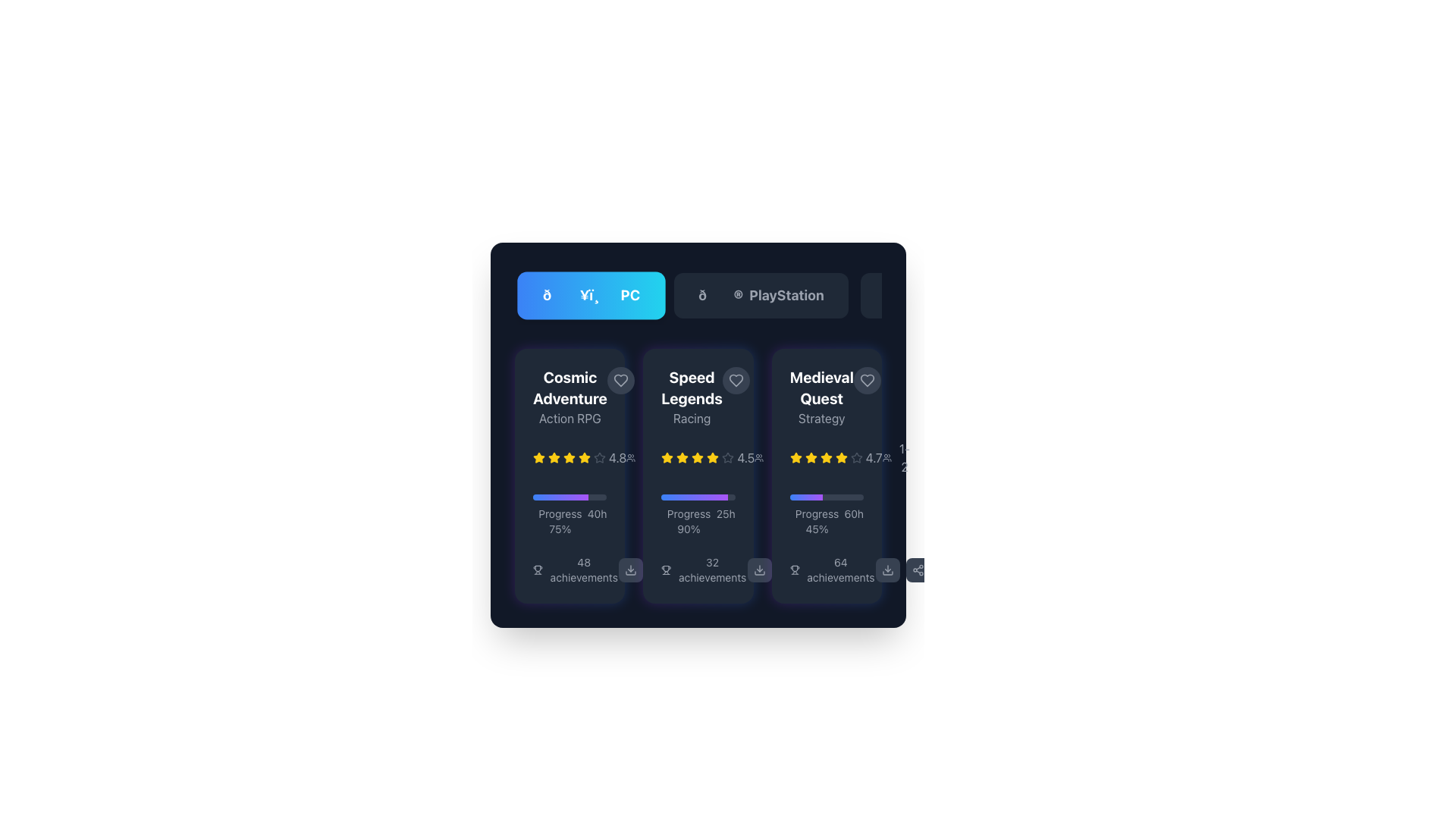 Image resolution: width=1456 pixels, height=819 pixels. Describe the element at coordinates (867, 379) in the screenshot. I see `the heart-shaped icon outlined in light gray located in the top-right section of the 'Medieval Quest' card` at that location.